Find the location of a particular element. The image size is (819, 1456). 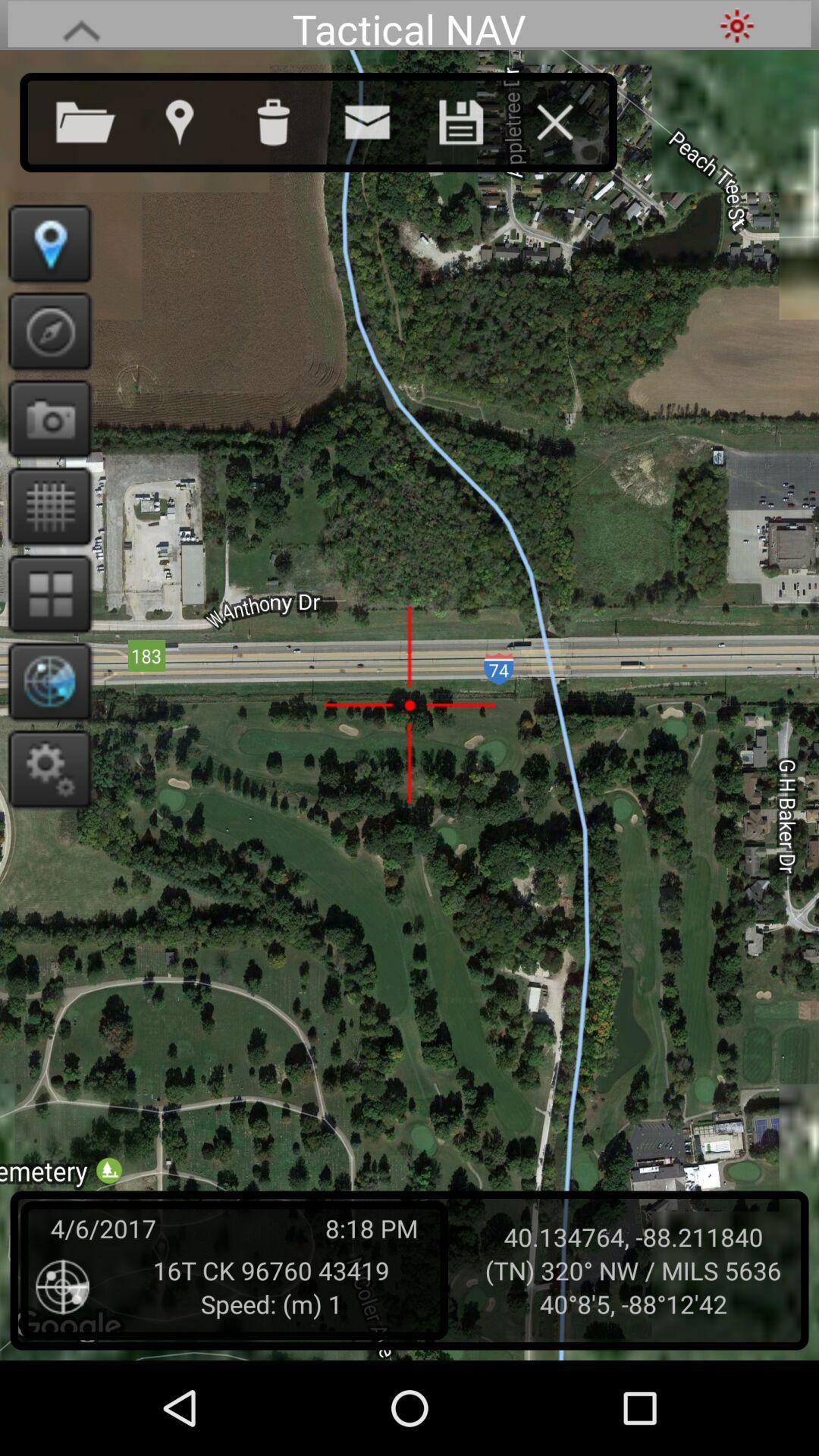

email the coordinates is located at coordinates (381, 118).